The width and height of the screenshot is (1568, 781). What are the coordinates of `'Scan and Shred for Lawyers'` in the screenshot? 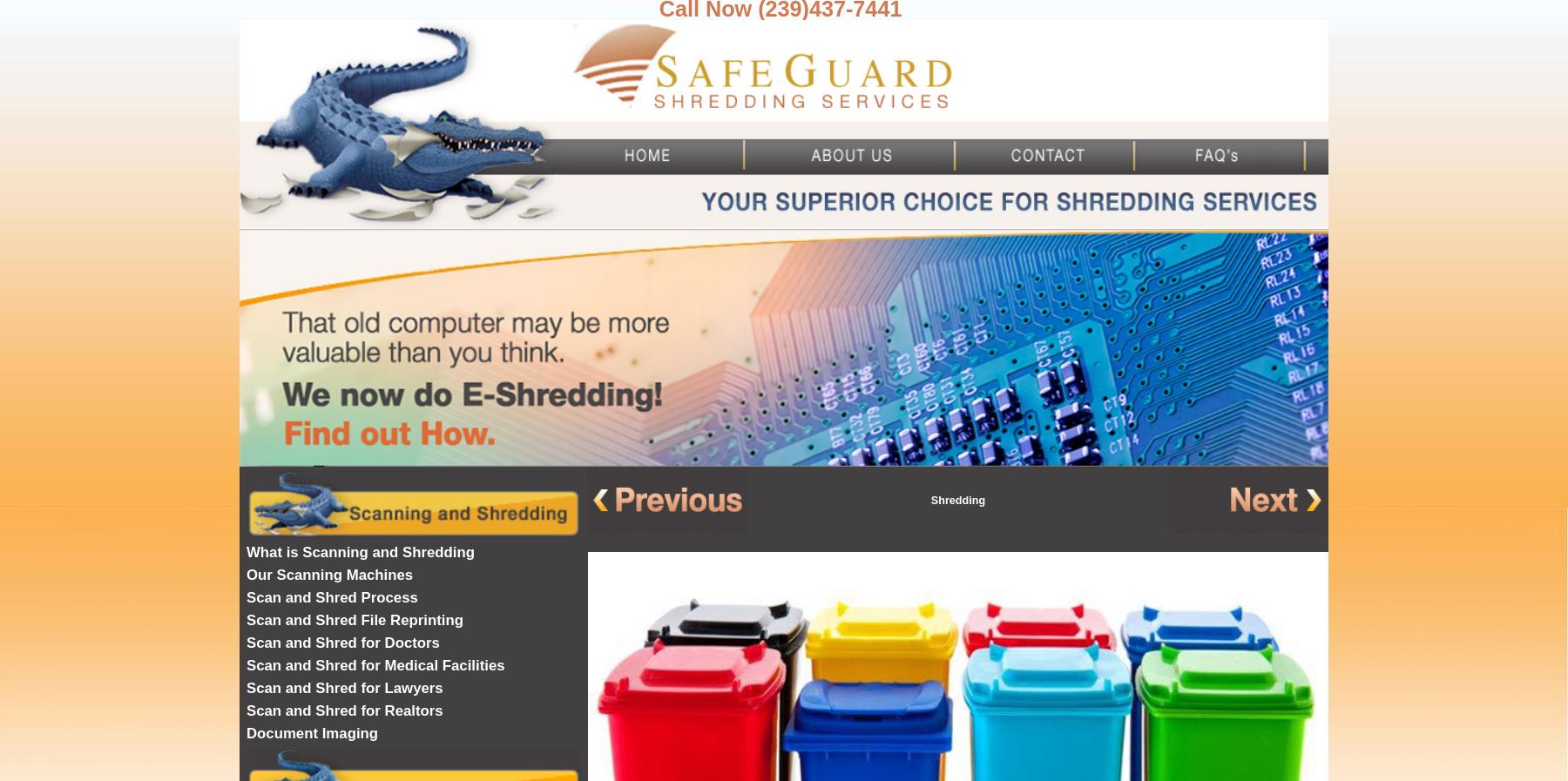 It's located at (245, 688).